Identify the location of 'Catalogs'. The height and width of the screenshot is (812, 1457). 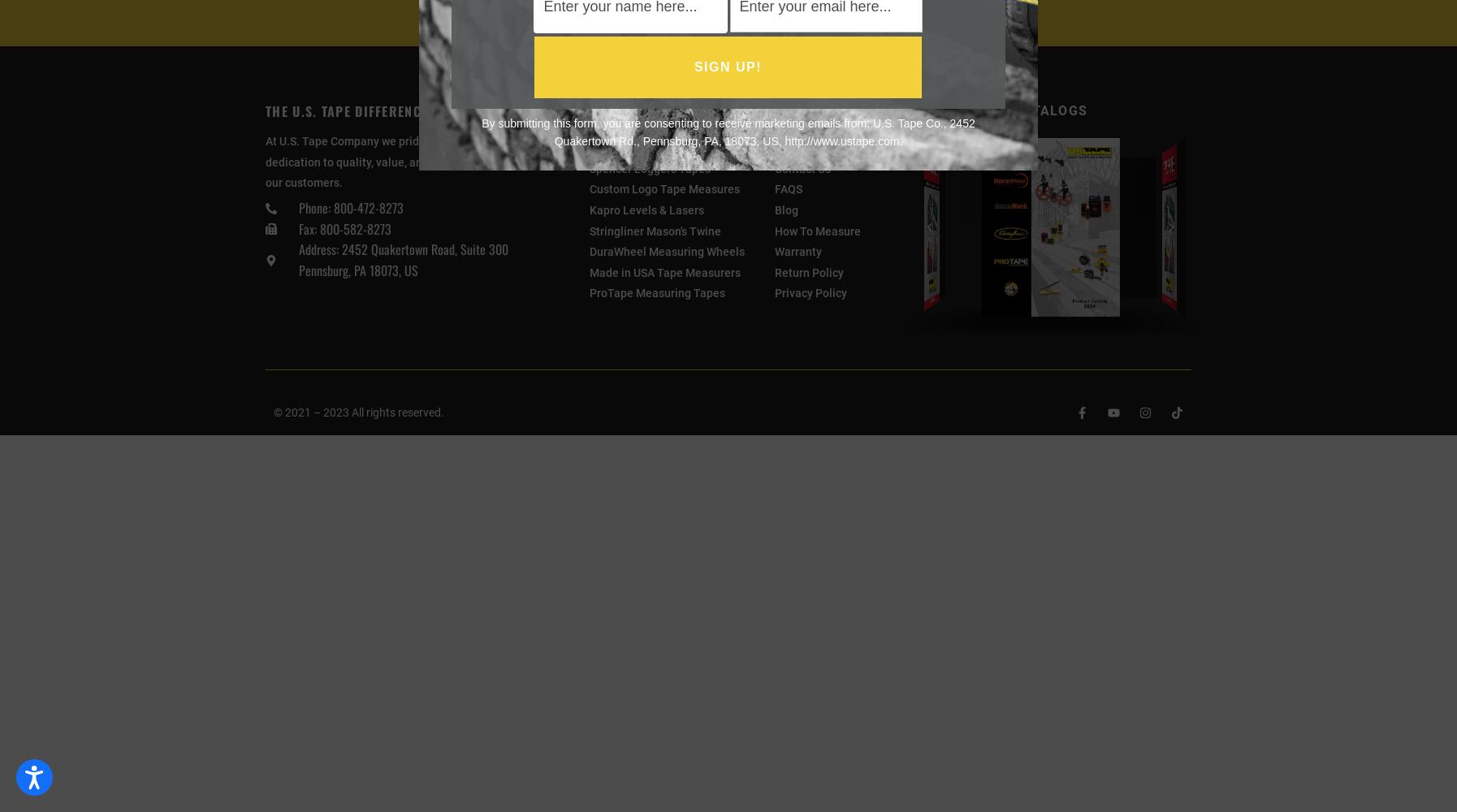
(1048, 110).